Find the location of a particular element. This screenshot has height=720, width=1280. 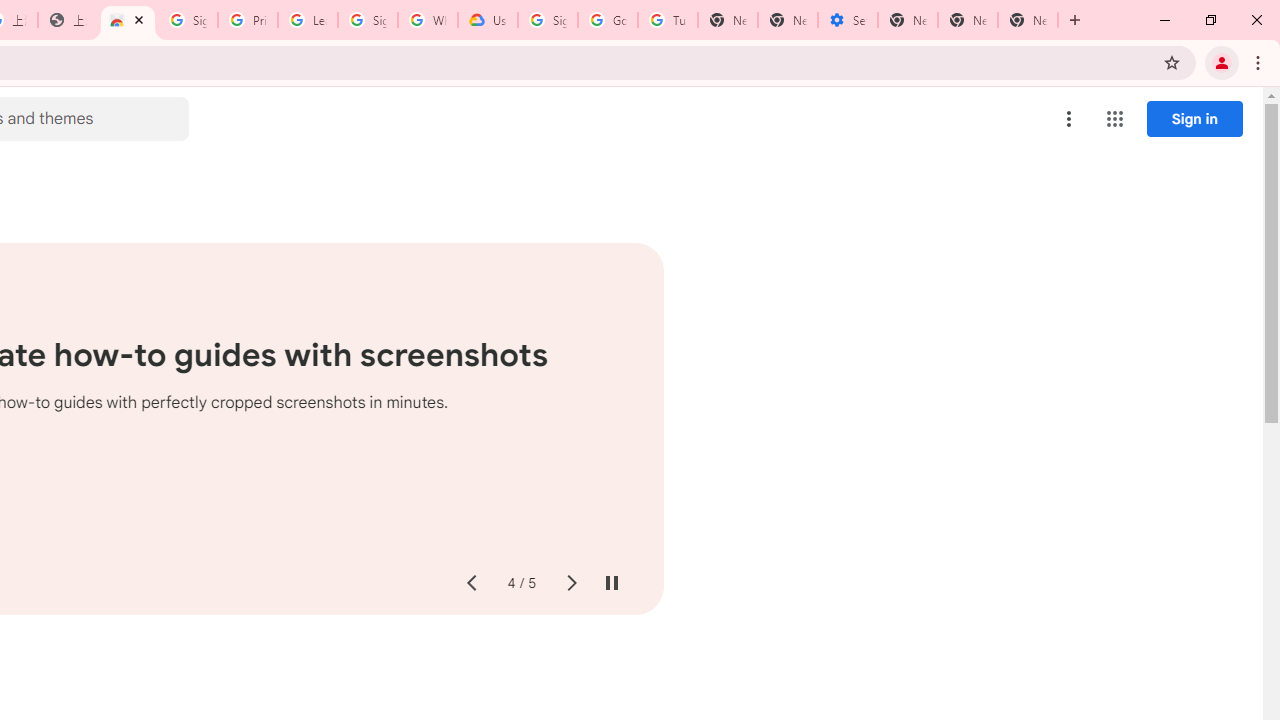

'Settings - Addresses and more' is located at coordinates (848, 20).